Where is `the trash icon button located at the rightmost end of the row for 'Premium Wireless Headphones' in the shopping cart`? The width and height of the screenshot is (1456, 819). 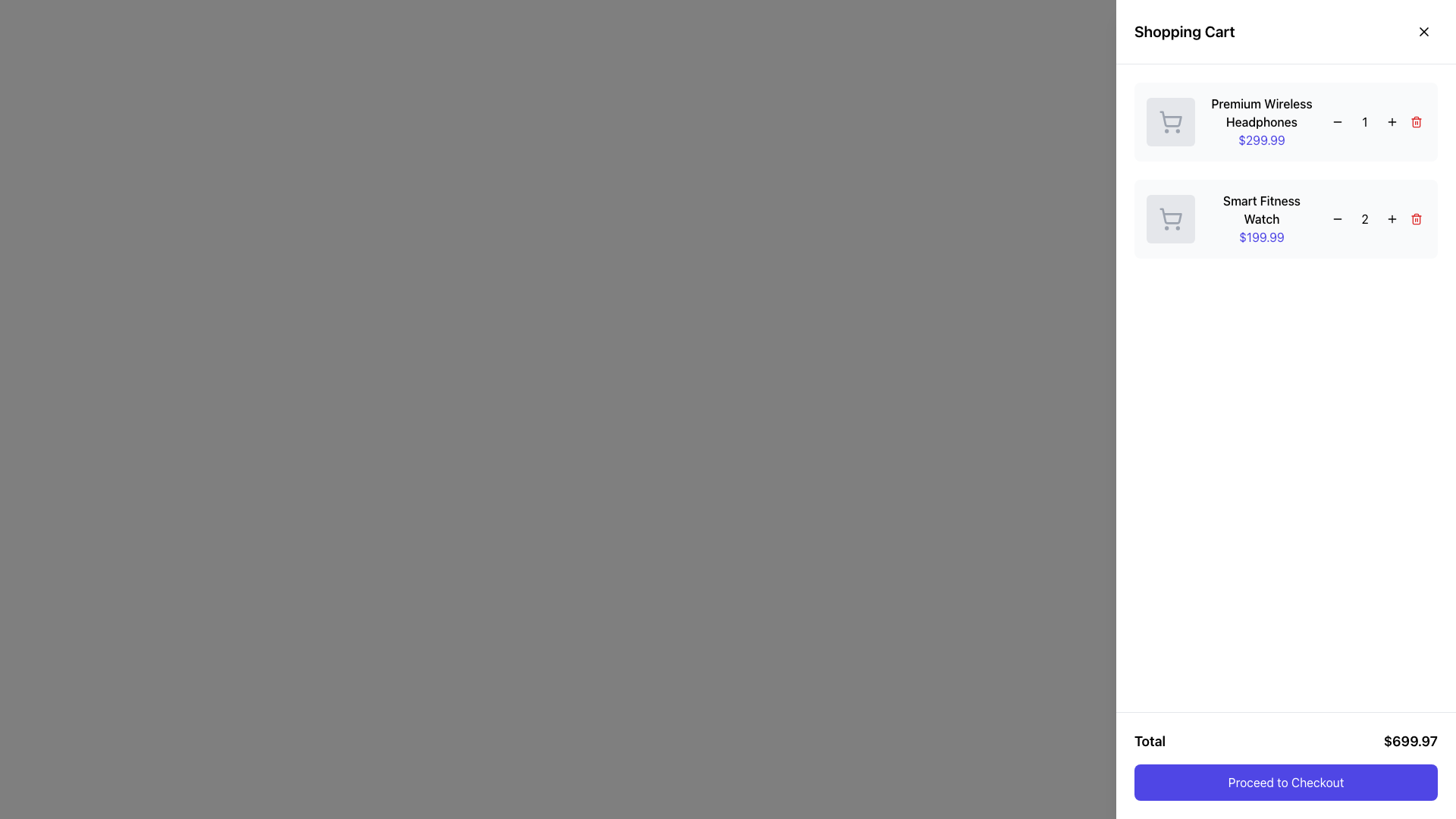
the trash icon button located at the rightmost end of the row for 'Premium Wireless Headphones' in the shopping cart is located at coordinates (1415, 121).